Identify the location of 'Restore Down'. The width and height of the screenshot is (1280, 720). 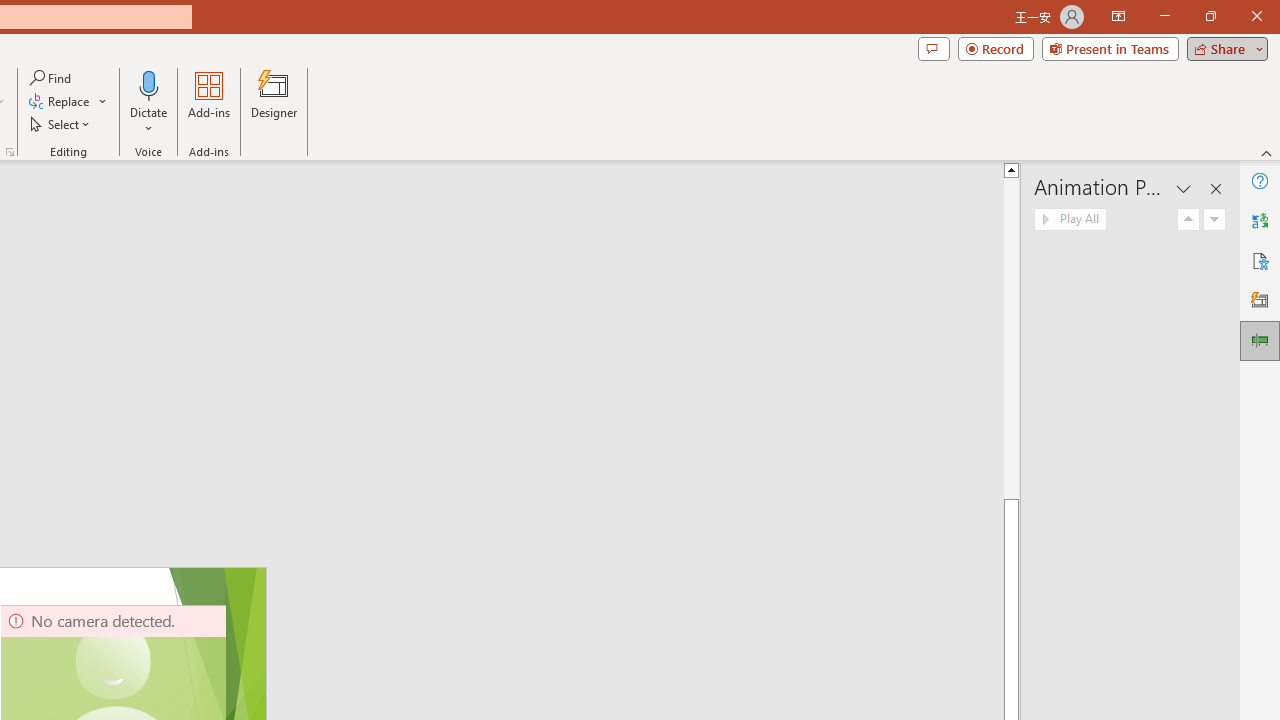
(1209, 16).